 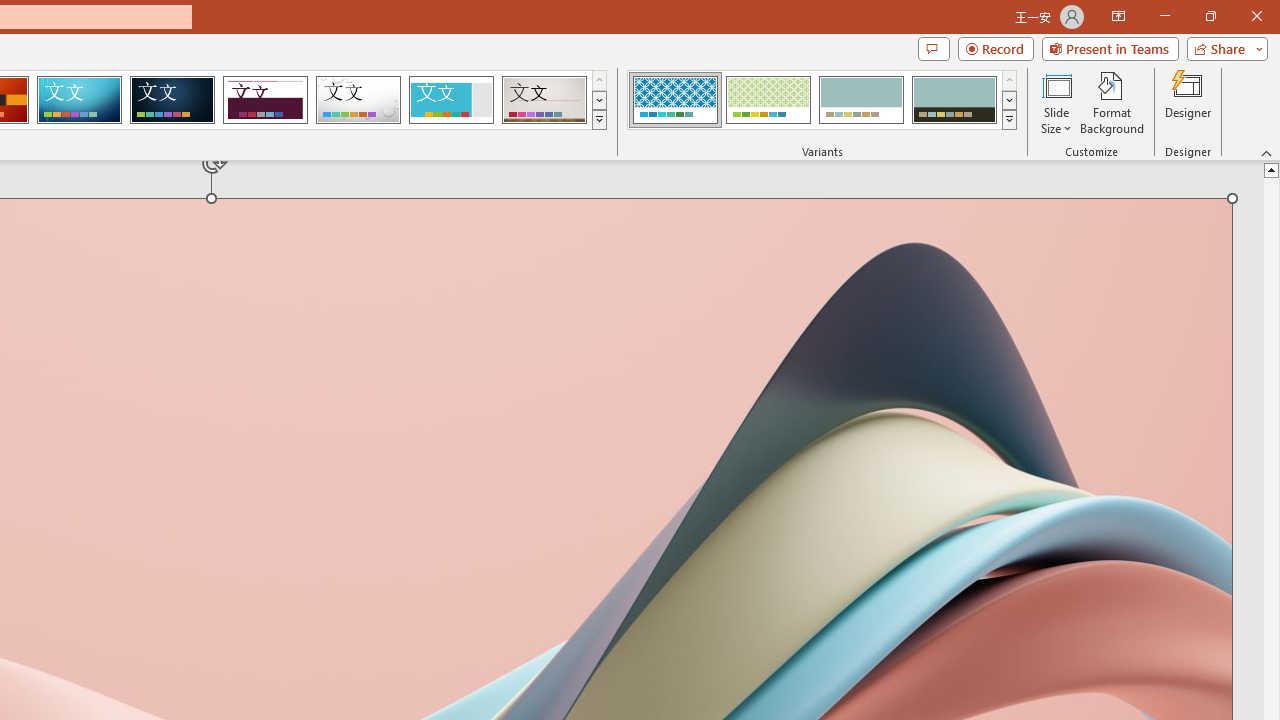 What do you see at coordinates (1009, 120) in the screenshot?
I see `'Variants'` at bounding box center [1009, 120].